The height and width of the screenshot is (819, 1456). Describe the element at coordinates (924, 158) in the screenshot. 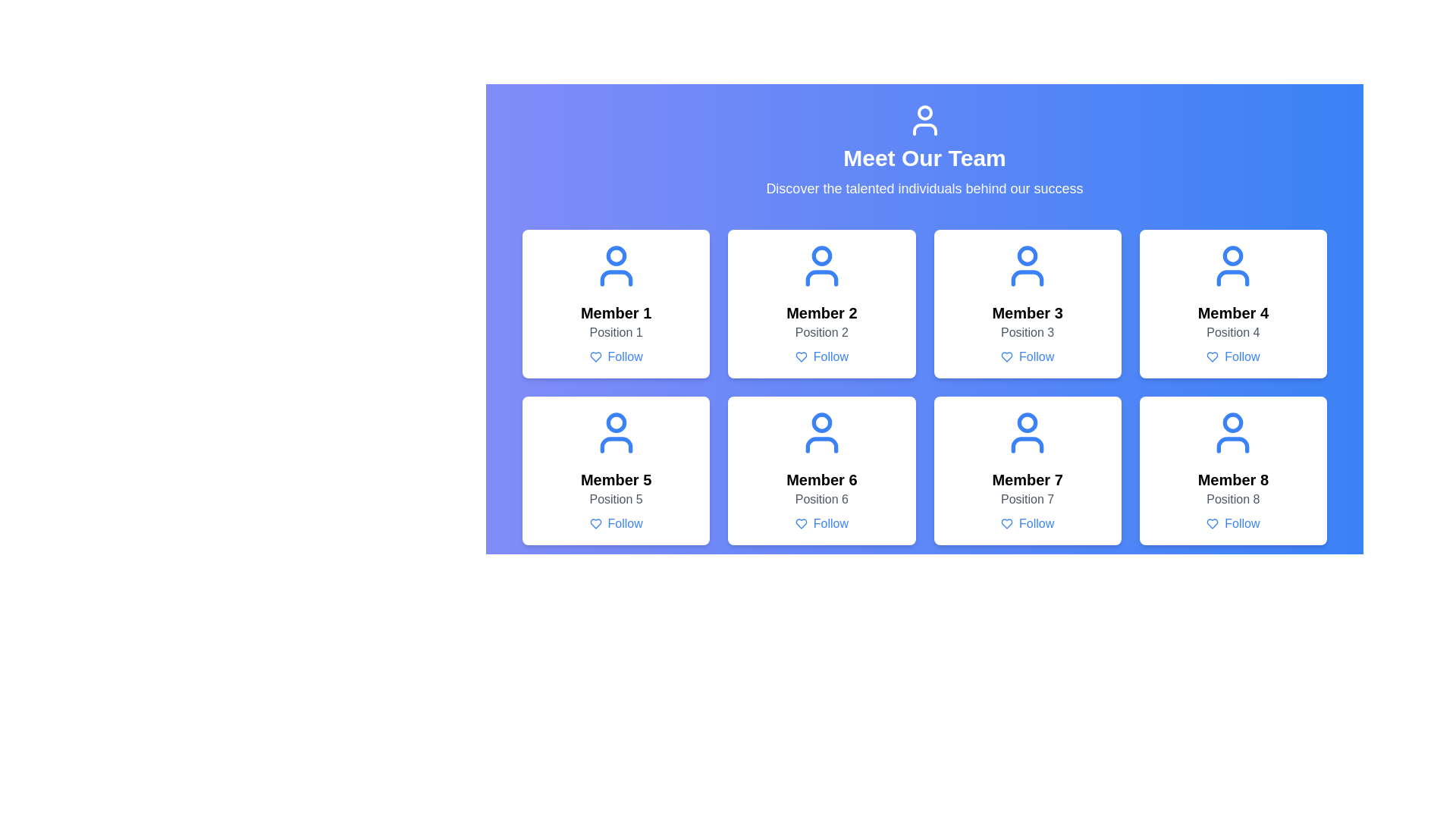

I see `the text label that serves as a title for the section introducing team members, which is centrally aligned and positioned below a user icon` at that location.